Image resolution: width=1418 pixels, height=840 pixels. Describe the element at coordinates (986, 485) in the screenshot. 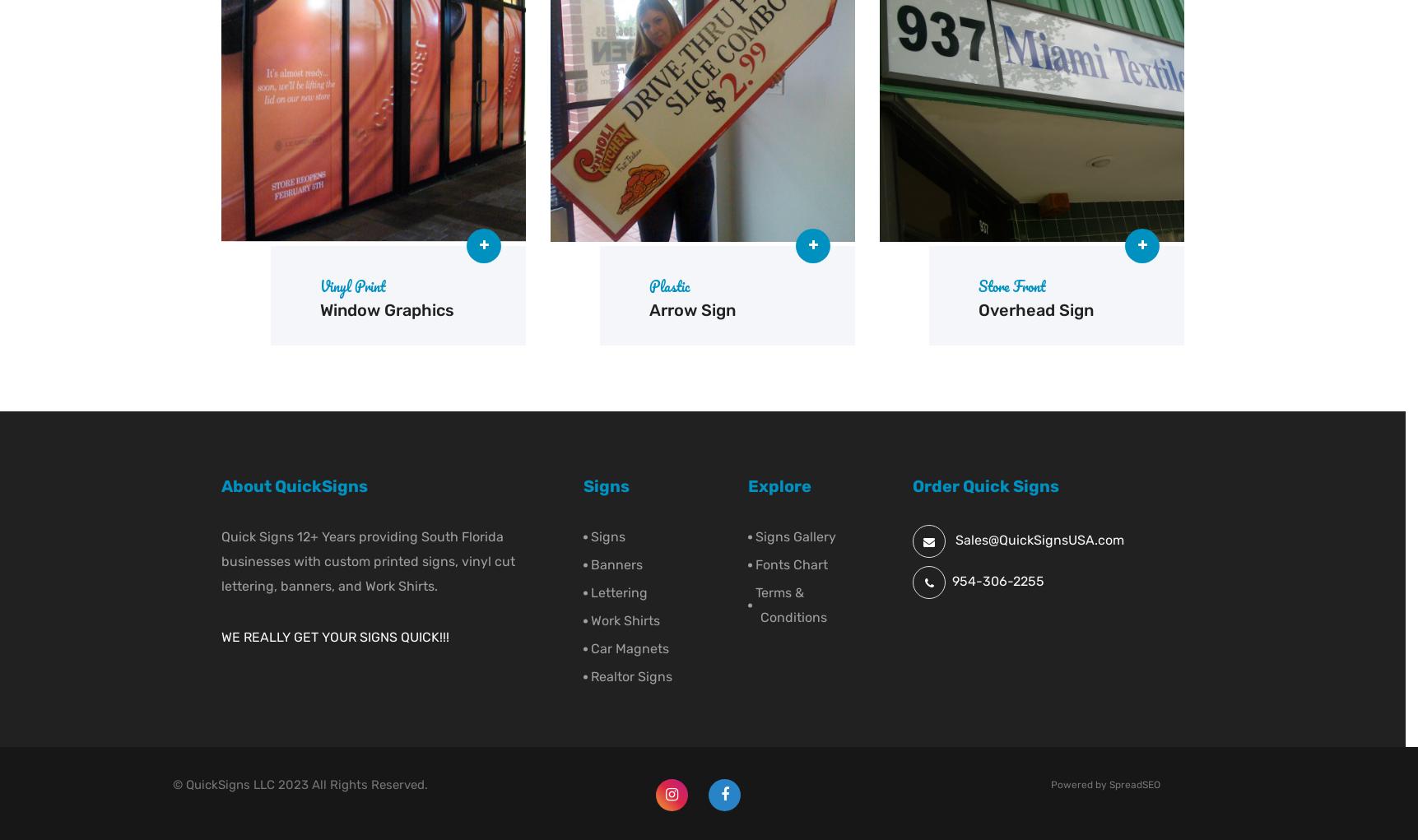

I see `'Order Quick Signs'` at that location.